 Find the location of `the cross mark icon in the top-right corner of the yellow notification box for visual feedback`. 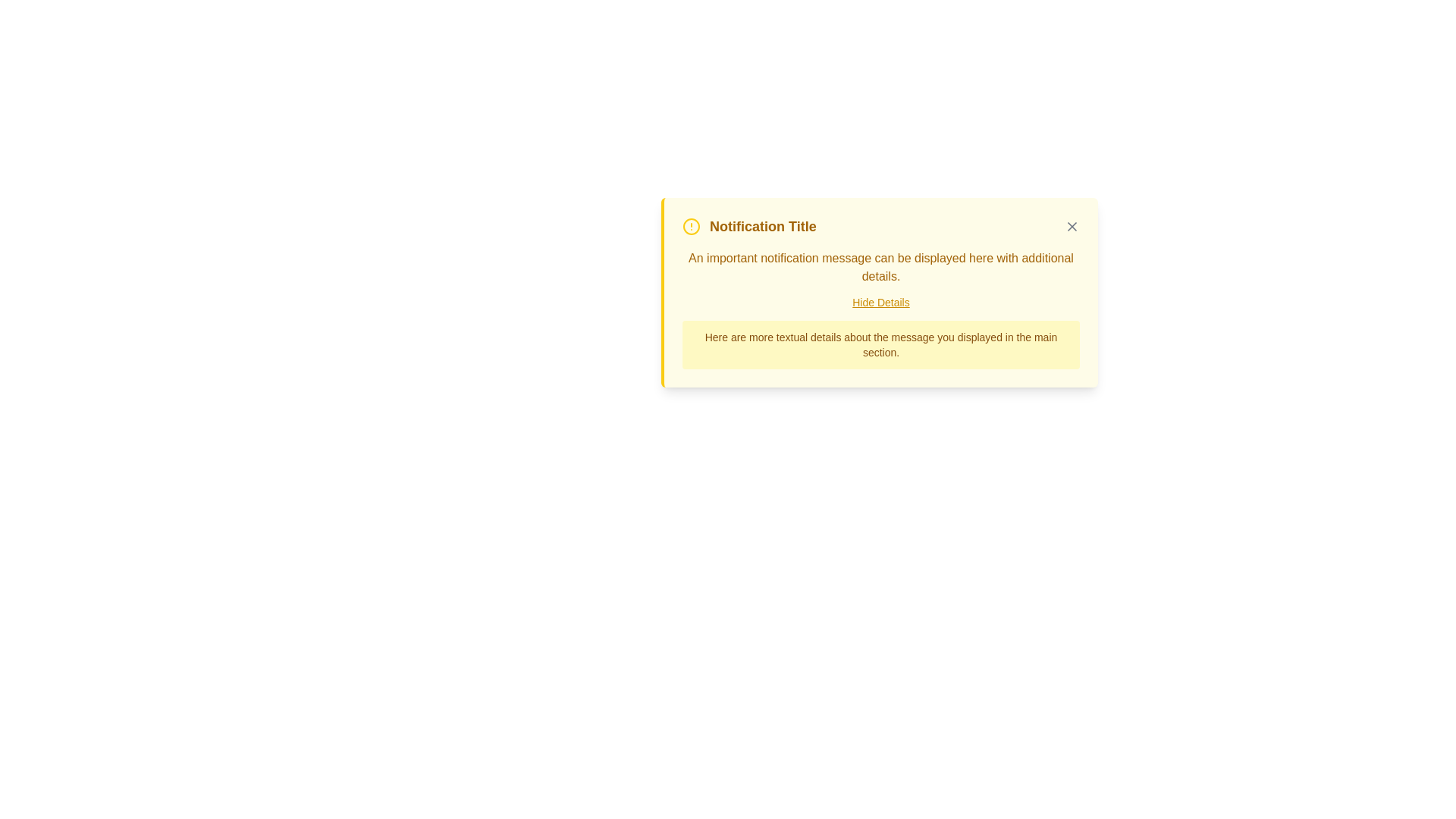

the cross mark icon in the top-right corner of the yellow notification box for visual feedback is located at coordinates (1072, 227).